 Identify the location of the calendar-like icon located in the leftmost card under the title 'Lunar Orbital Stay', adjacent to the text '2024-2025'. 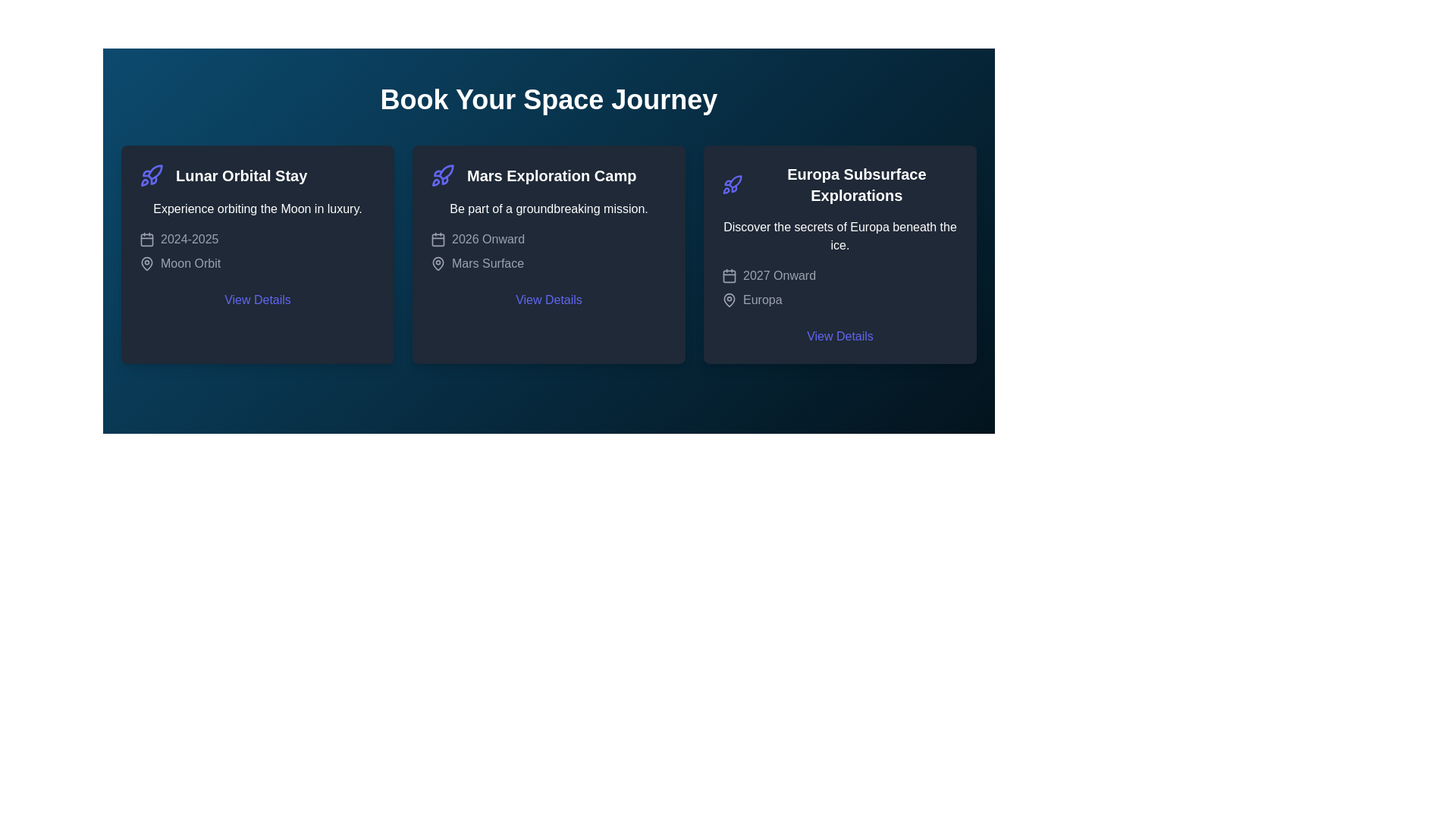
(146, 239).